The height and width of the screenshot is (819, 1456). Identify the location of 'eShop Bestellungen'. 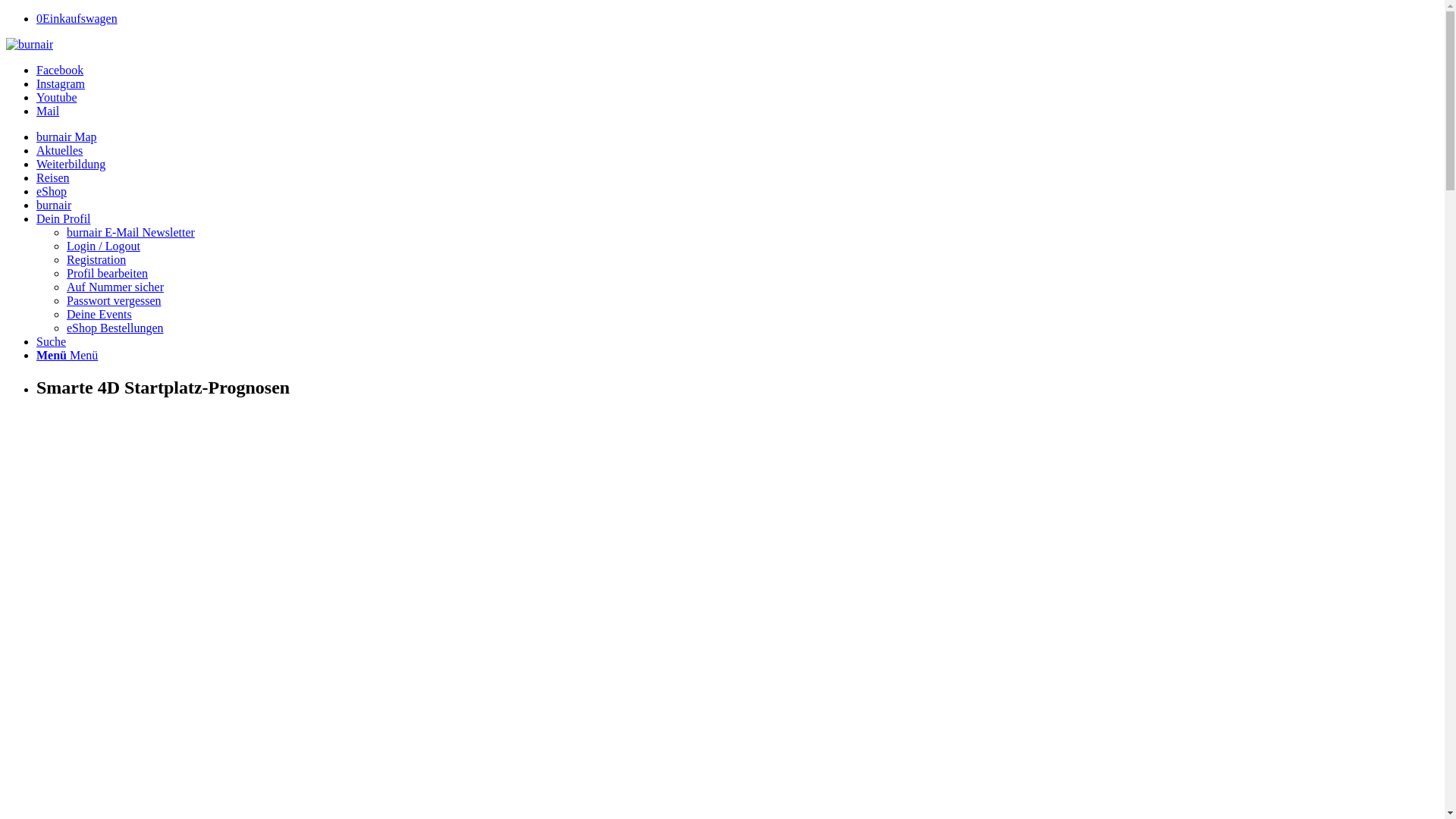
(115, 327).